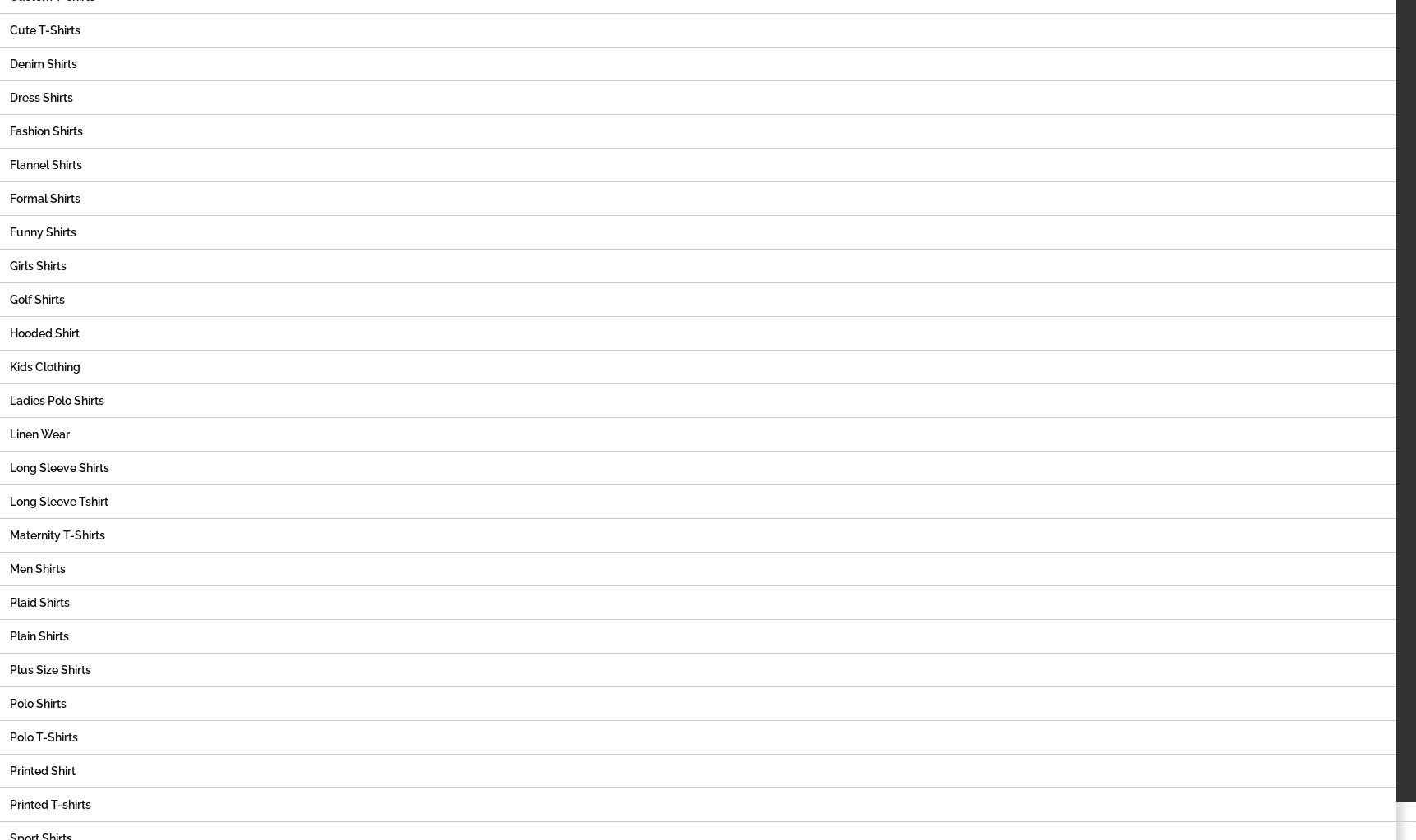 The width and height of the screenshot is (1416, 840). What do you see at coordinates (10, 30) in the screenshot?
I see `'Cute T-Shirts'` at bounding box center [10, 30].